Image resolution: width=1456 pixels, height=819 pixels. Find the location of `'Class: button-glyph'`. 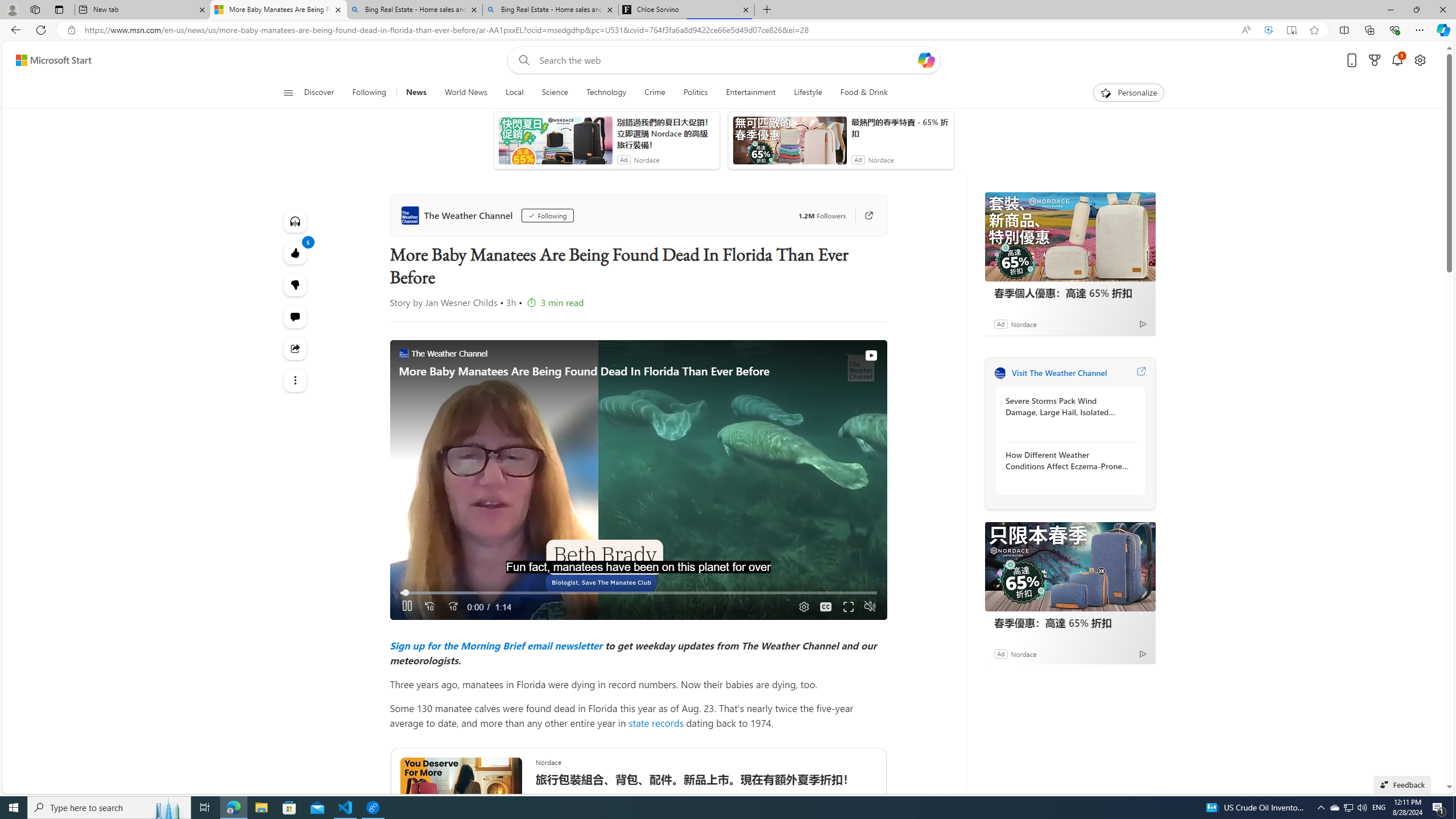

'Class: button-glyph' is located at coordinates (287, 92).